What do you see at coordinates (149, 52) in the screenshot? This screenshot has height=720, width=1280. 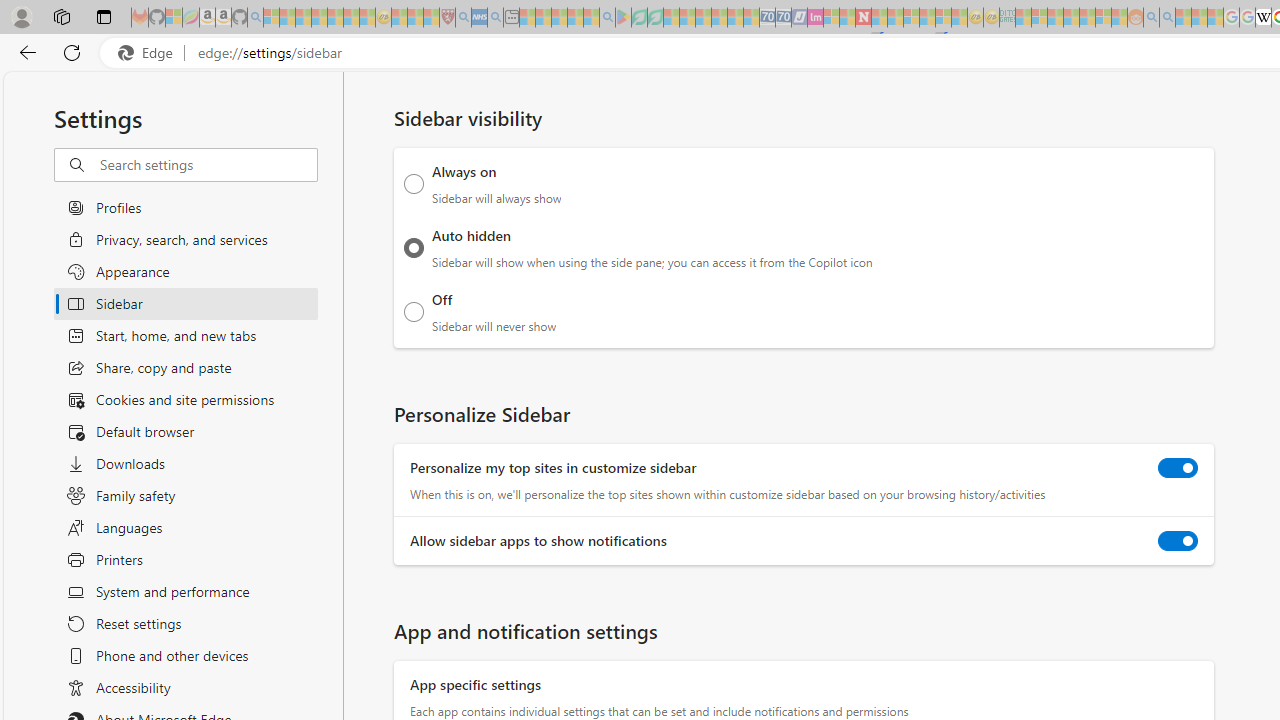 I see `'Edge'` at bounding box center [149, 52].